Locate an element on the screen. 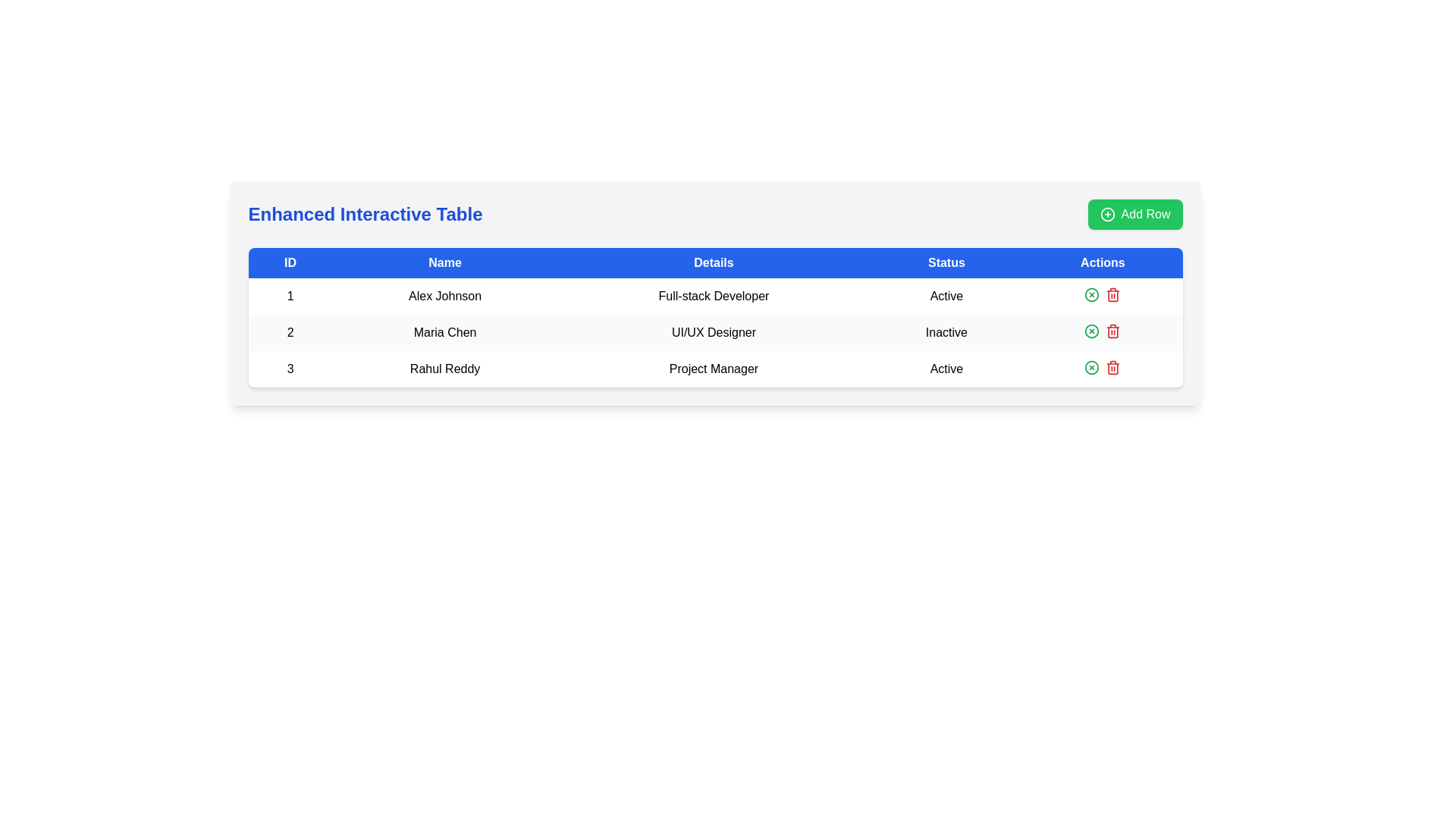 This screenshot has height=819, width=1456. the green 'Add Row' button with a plus icon is located at coordinates (1135, 214).